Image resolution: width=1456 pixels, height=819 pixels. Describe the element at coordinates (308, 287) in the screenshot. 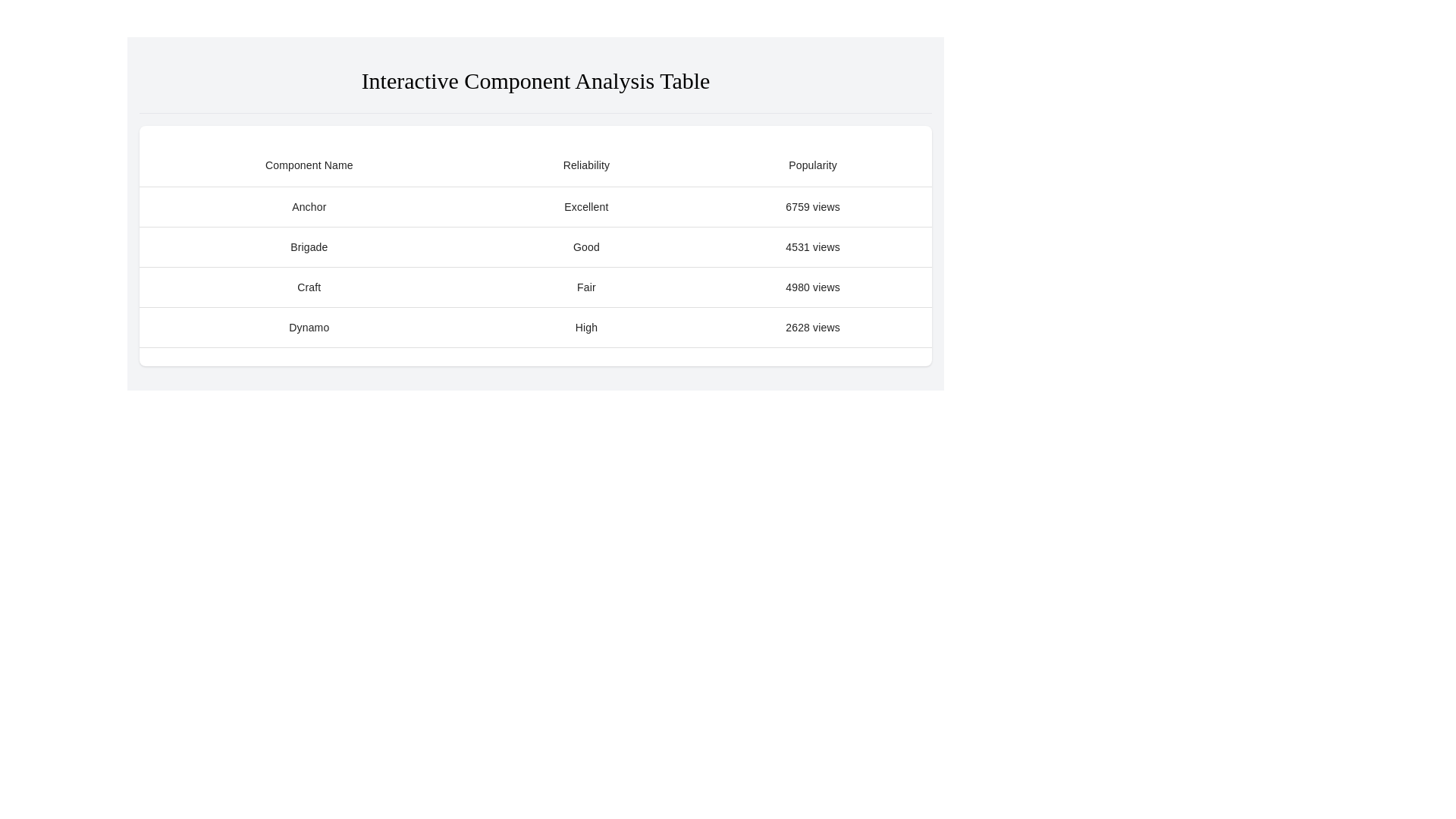

I see `the text element displaying 'Craft', which is located in the first column of a table row under 'Component Name'` at that location.